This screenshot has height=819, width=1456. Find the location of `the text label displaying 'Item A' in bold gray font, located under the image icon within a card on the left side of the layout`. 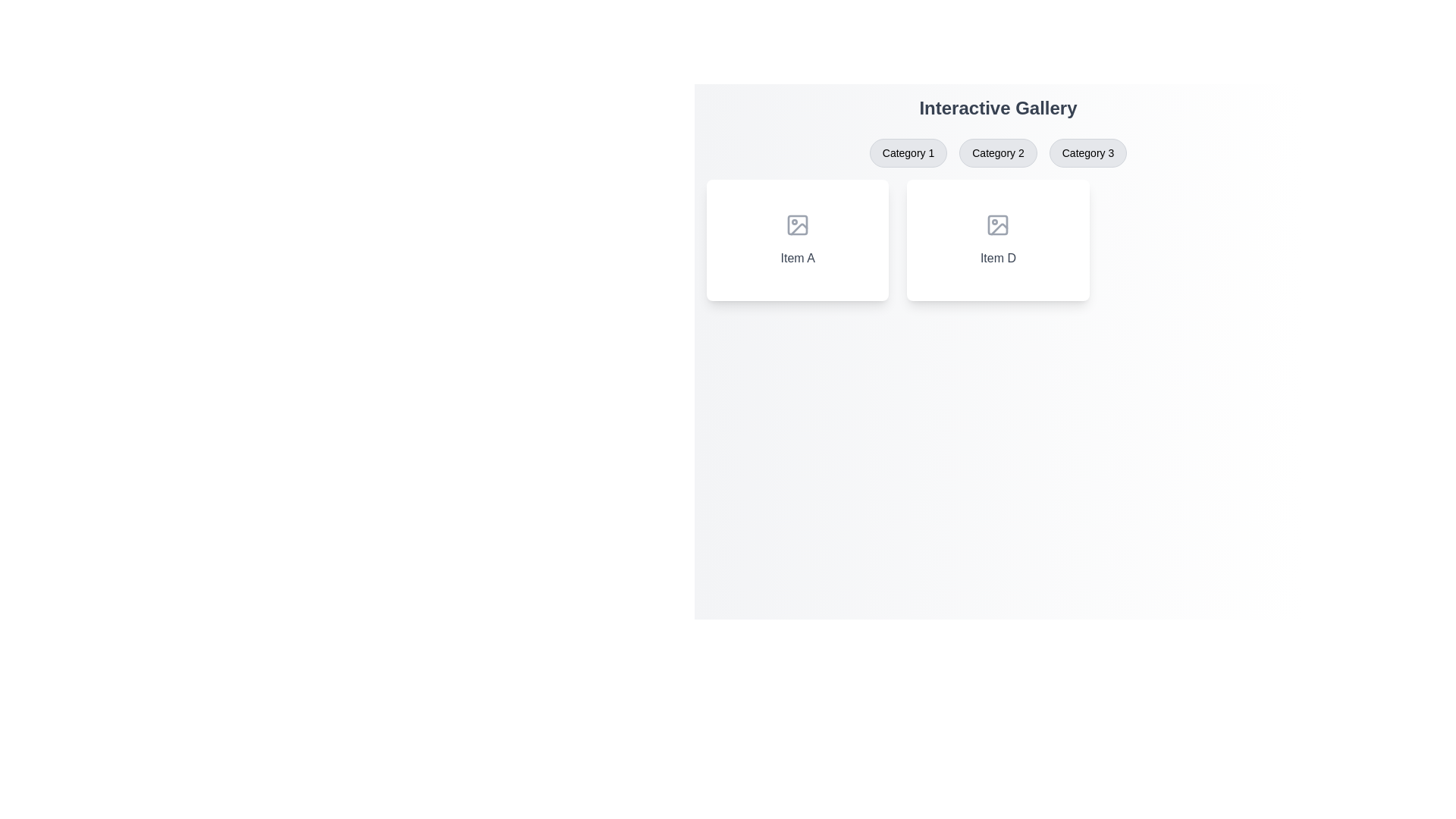

the text label displaying 'Item A' in bold gray font, located under the image icon within a card on the left side of the layout is located at coordinates (797, 257).